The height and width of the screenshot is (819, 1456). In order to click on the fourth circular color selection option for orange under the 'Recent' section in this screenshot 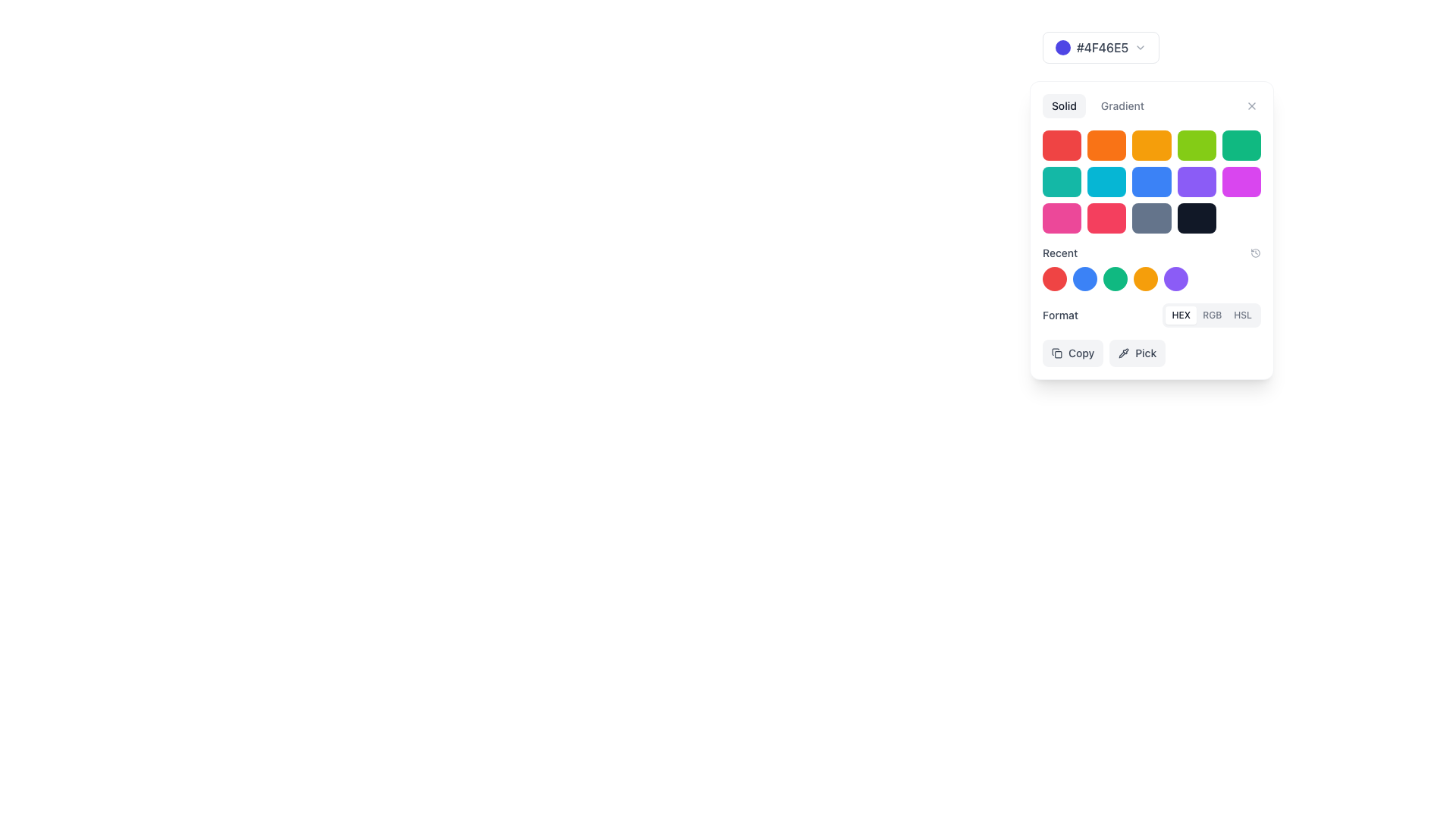, I will do `click(1151, 278)`.